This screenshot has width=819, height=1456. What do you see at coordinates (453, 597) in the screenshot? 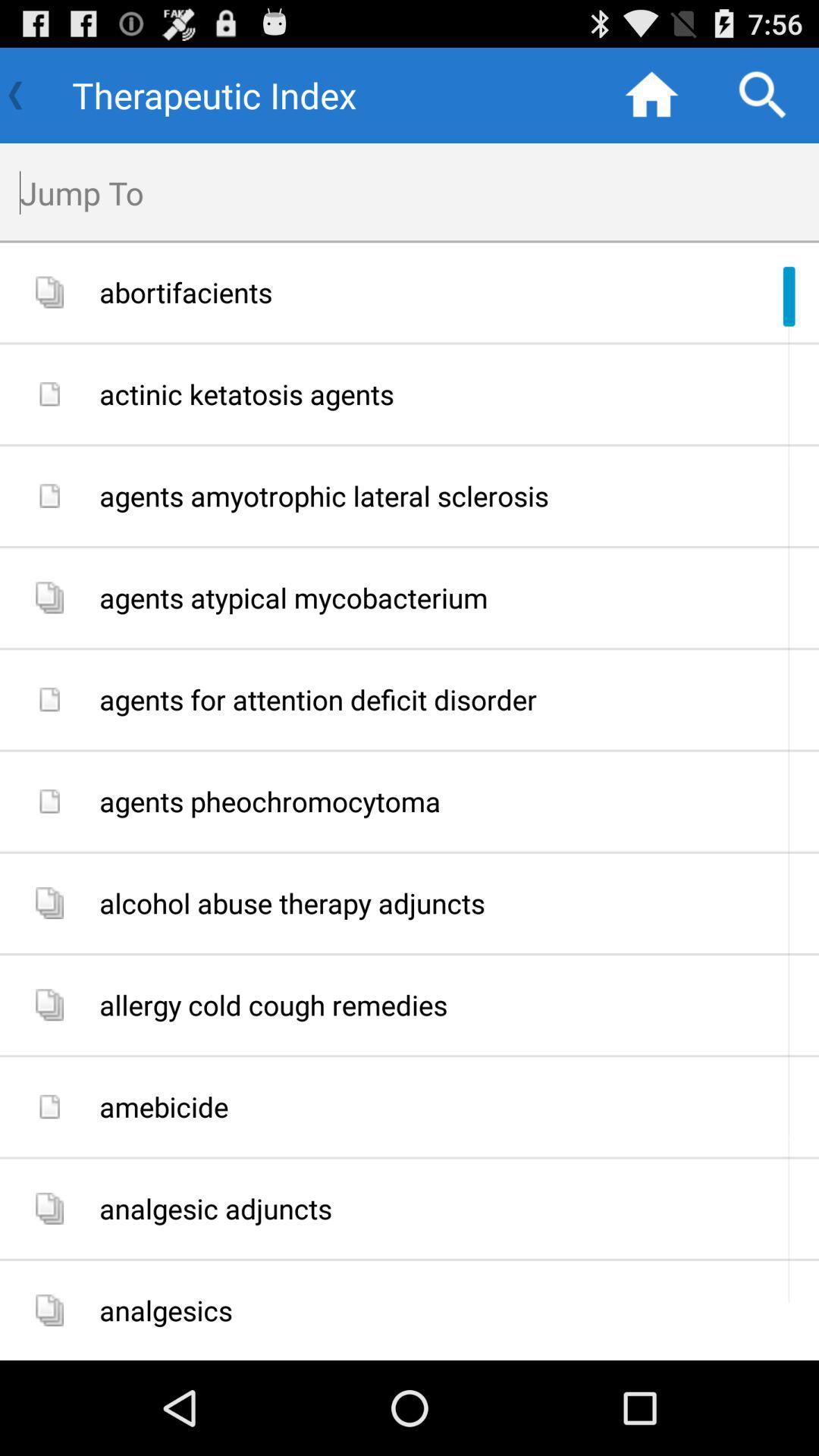
I see `icon below the agents amyotrophic lateral item` at bounding box center [453, 597].